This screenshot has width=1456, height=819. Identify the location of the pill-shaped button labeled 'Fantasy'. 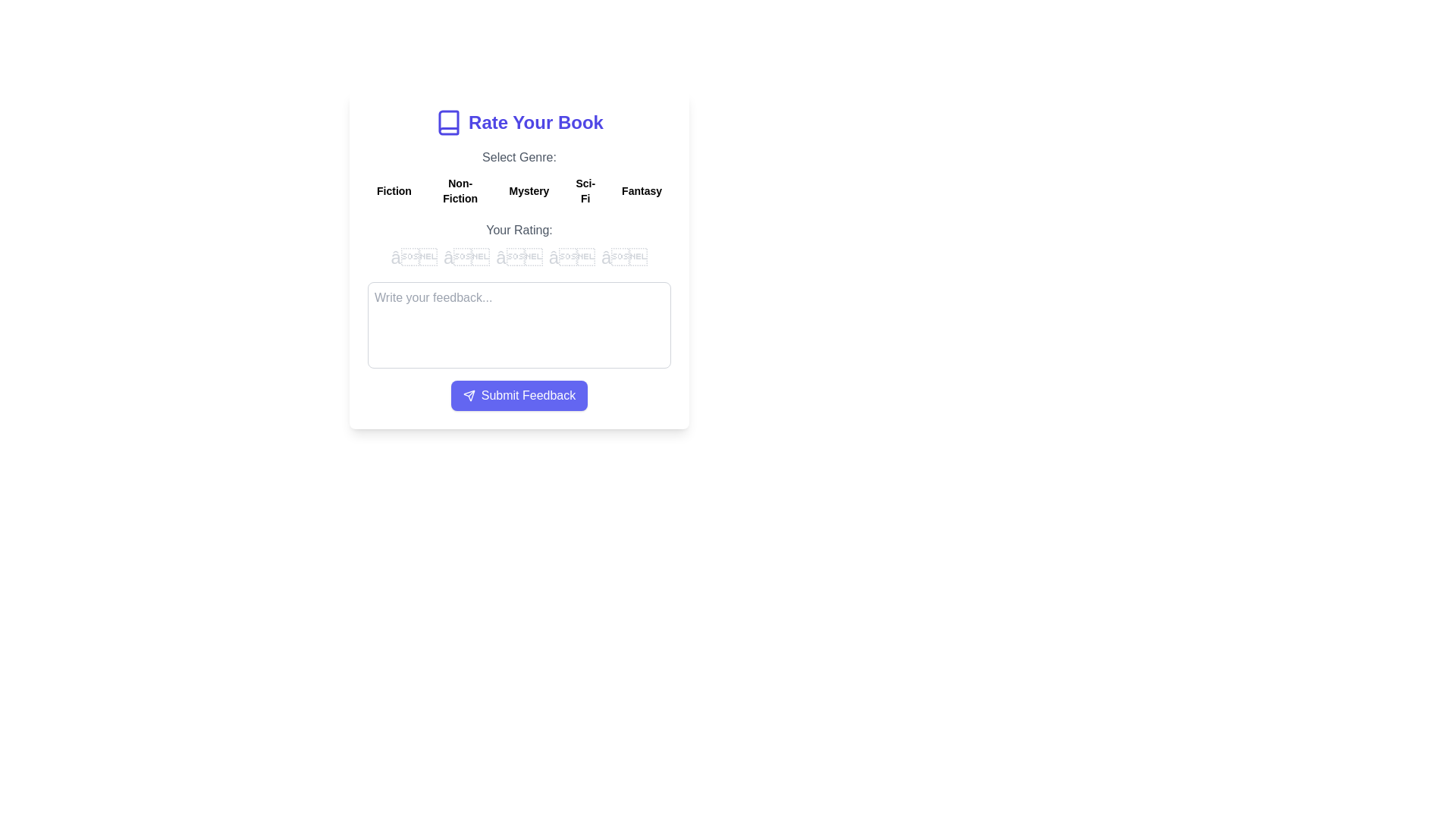
(642, 190).